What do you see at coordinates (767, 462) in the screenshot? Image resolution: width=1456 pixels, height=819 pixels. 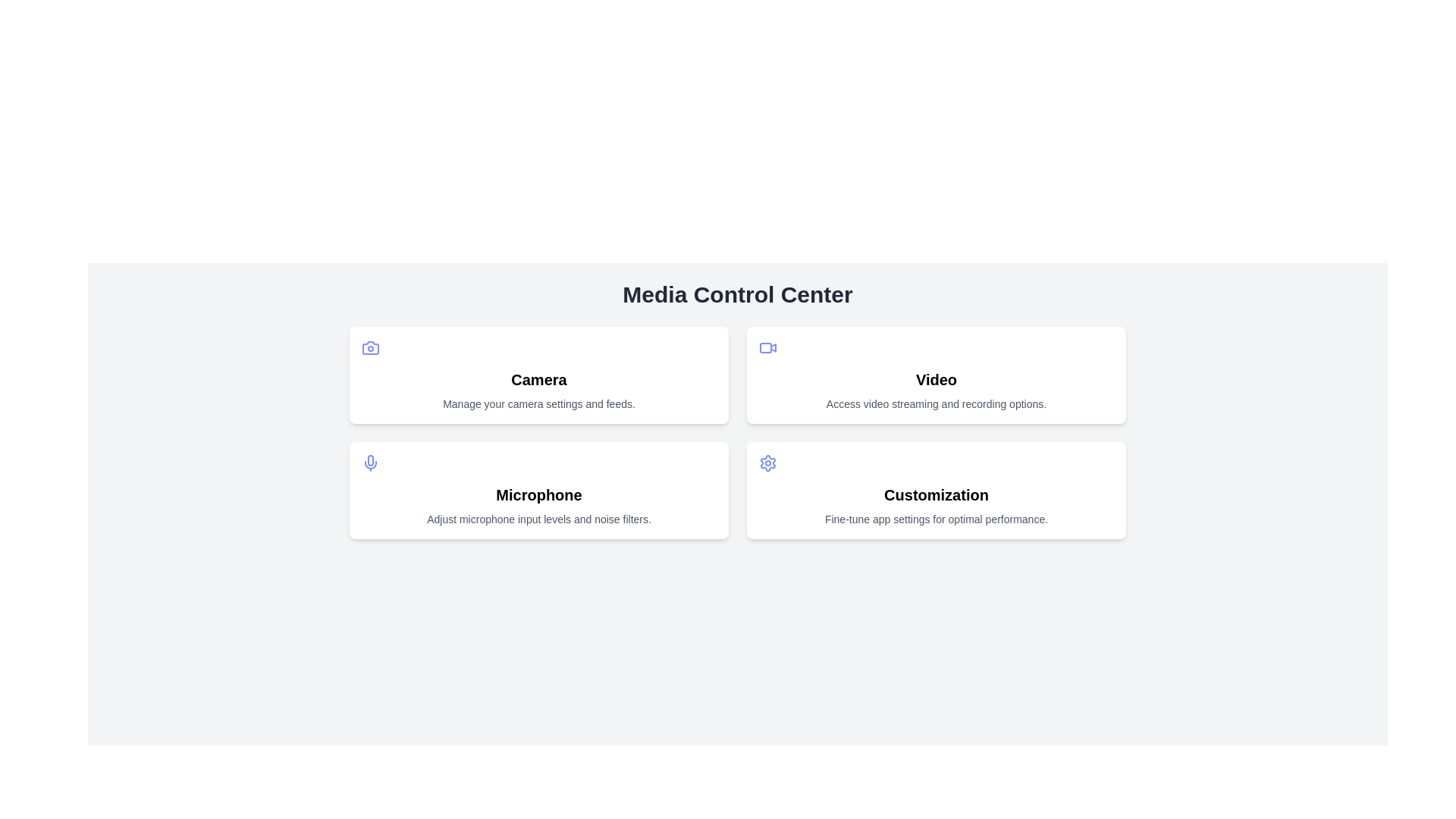 I see `the 'Settings' gear icon located in the top-right corner of the 'Customization' card` at bounding box center [767, 462].